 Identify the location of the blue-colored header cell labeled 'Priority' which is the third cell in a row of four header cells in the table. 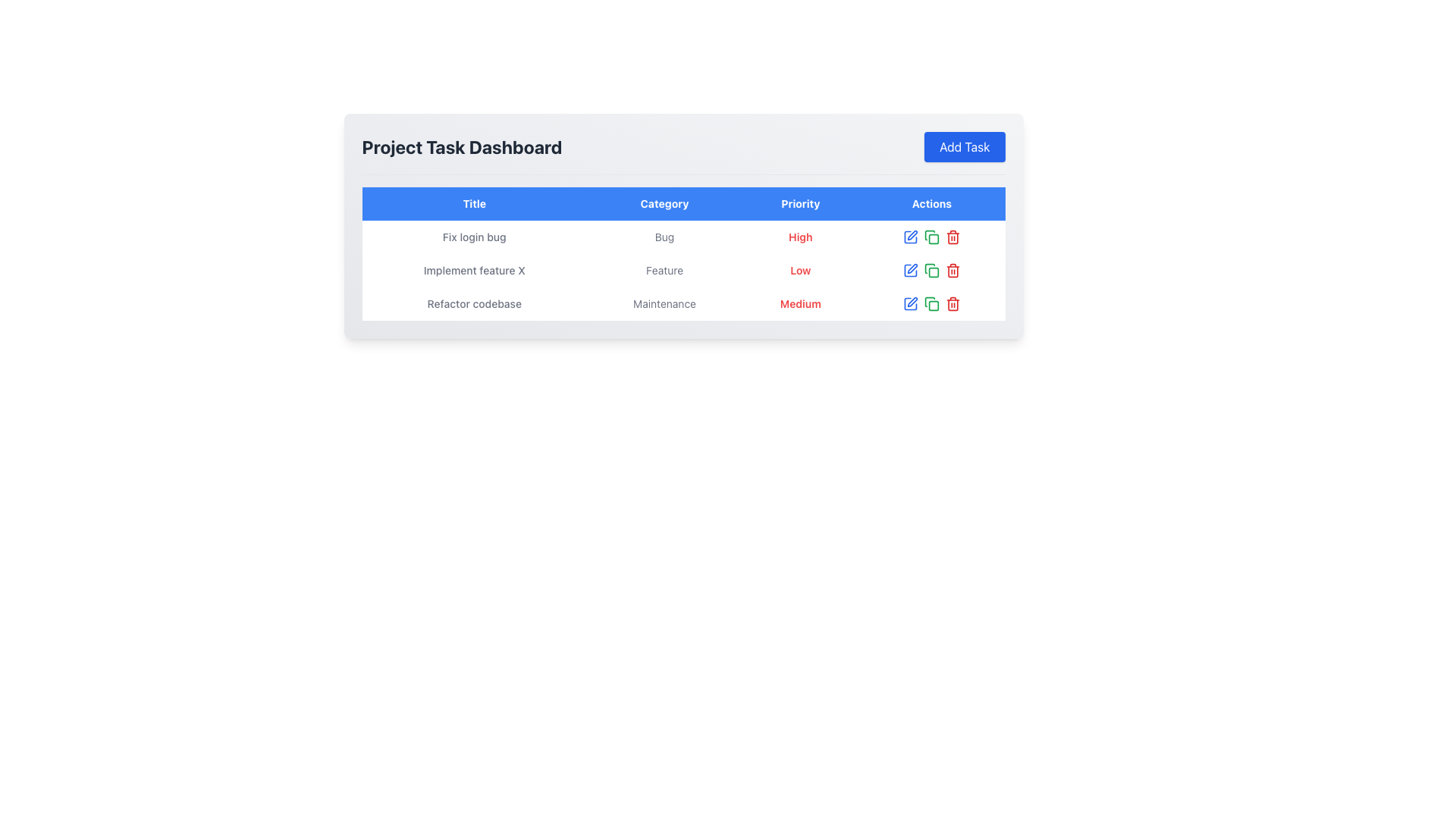
(799, 203).